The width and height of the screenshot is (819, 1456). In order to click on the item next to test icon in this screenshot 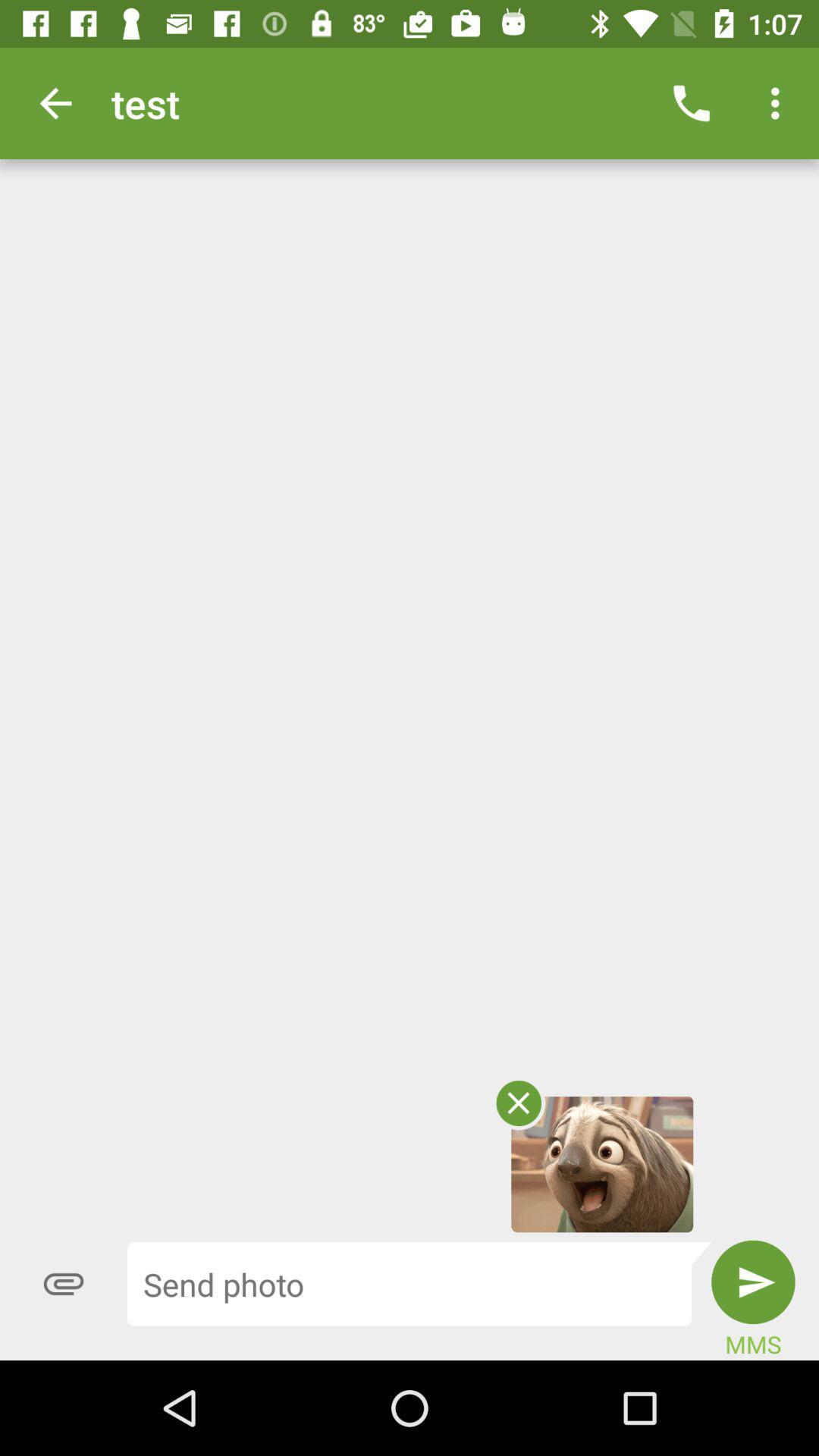, I will do `click(691, 102)`.